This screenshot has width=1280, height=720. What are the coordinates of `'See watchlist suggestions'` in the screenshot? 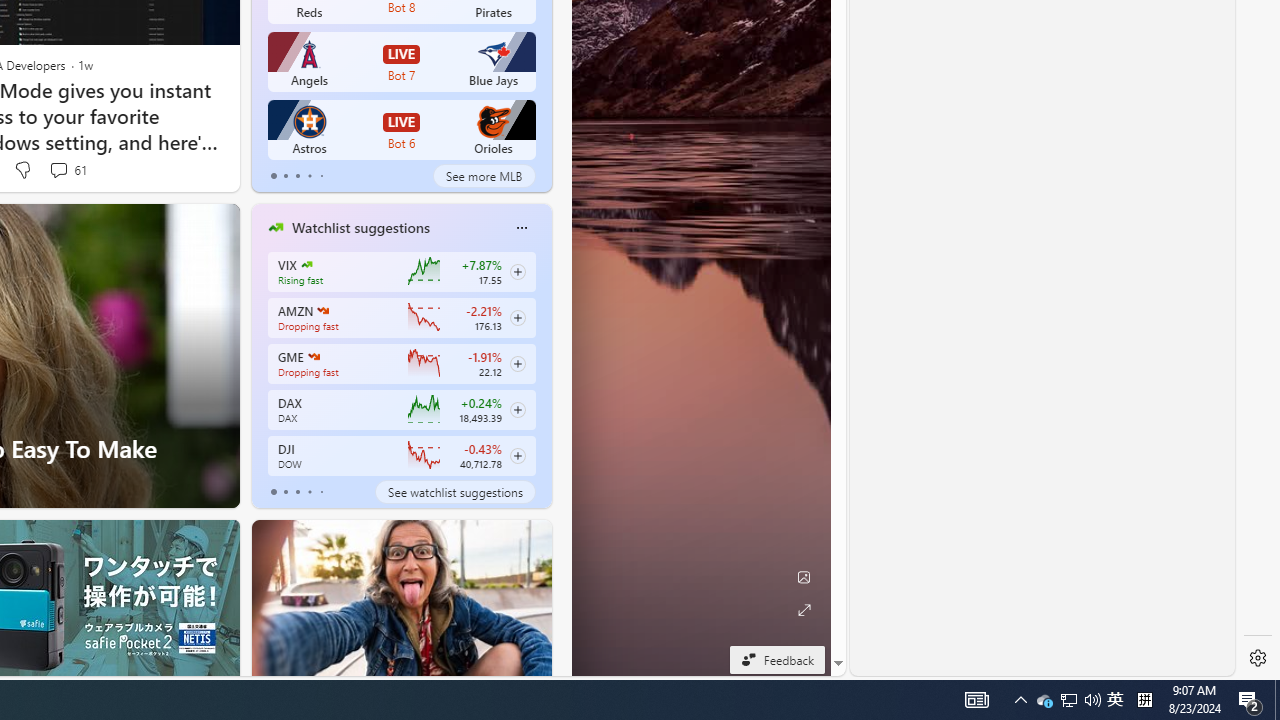 It's located at (454, 492).